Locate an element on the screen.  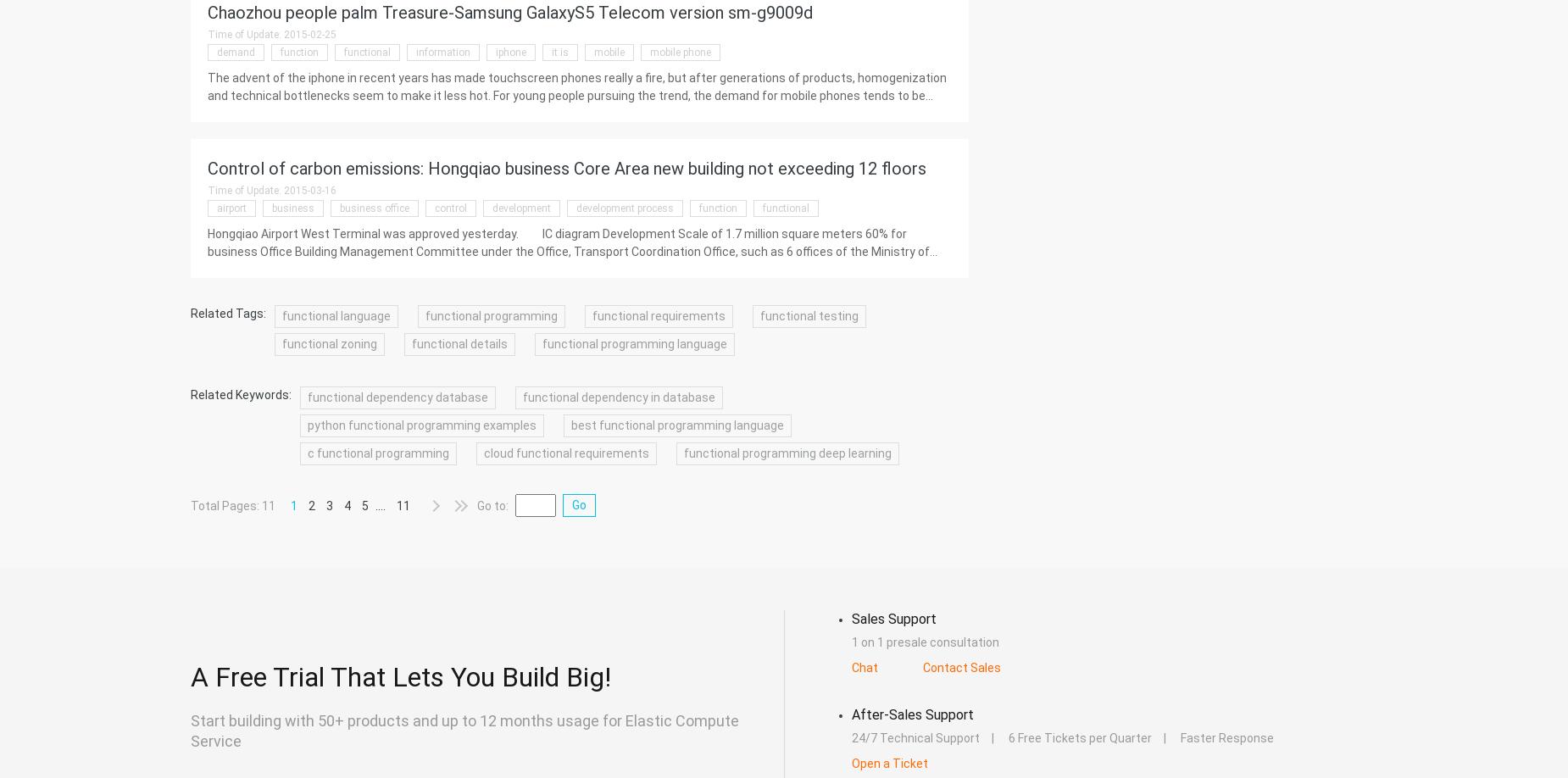
'functional details' is located at coordinates (411, 343).